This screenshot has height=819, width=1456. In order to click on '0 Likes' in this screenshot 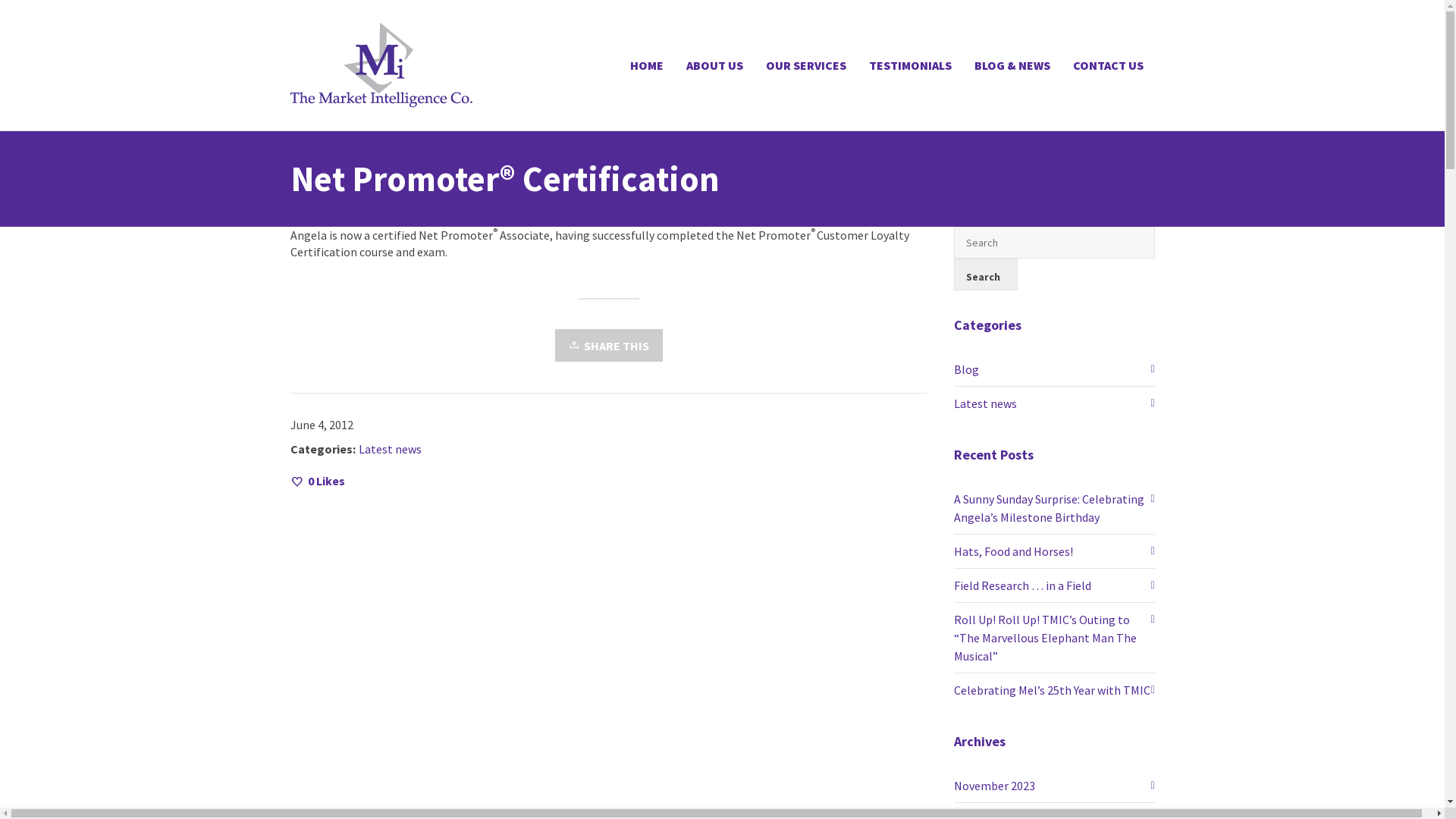, I will do `click(315, 480)`.